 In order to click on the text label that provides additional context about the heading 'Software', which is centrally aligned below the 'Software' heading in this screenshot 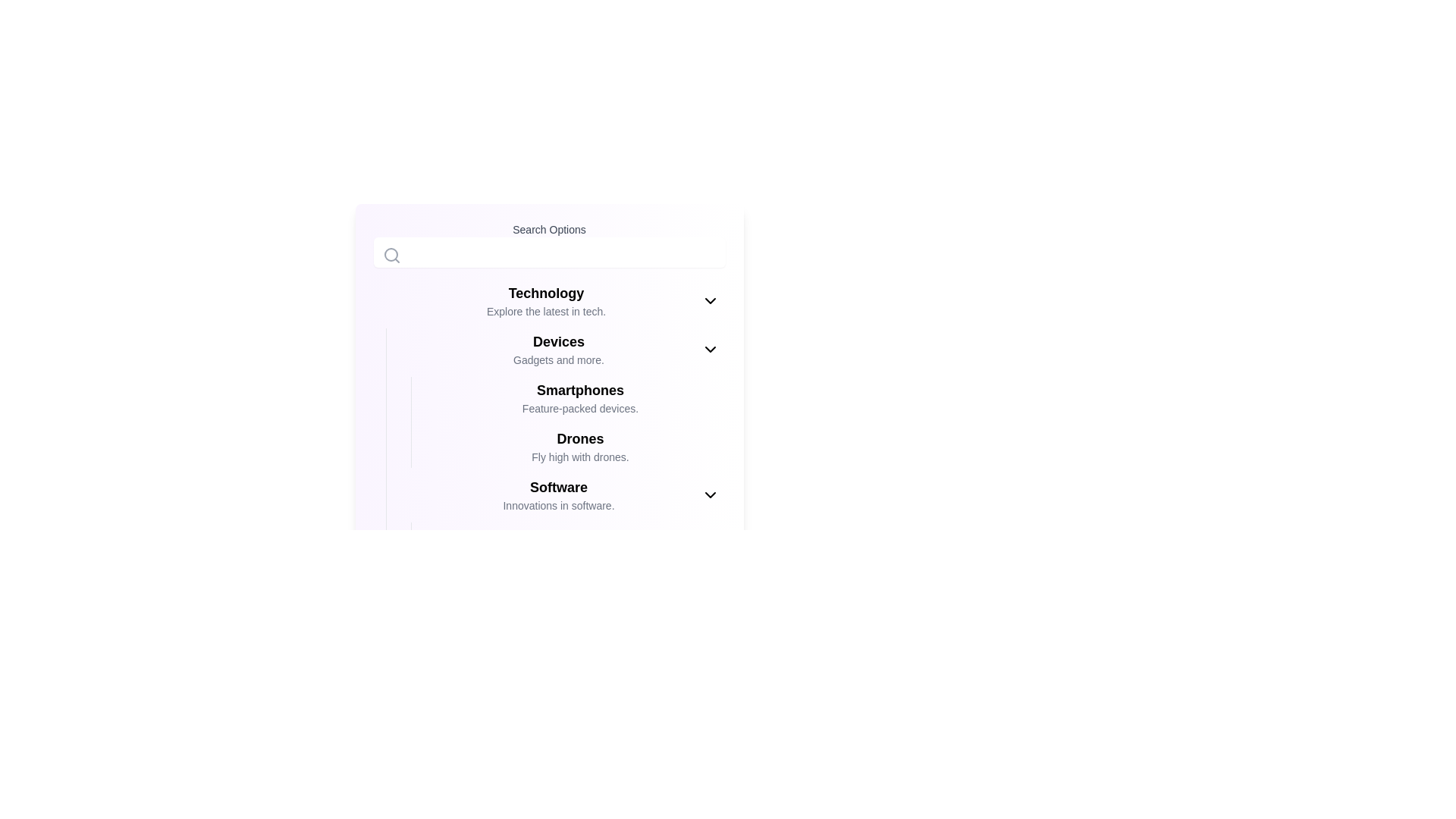, I will do `click(558, 506)`.